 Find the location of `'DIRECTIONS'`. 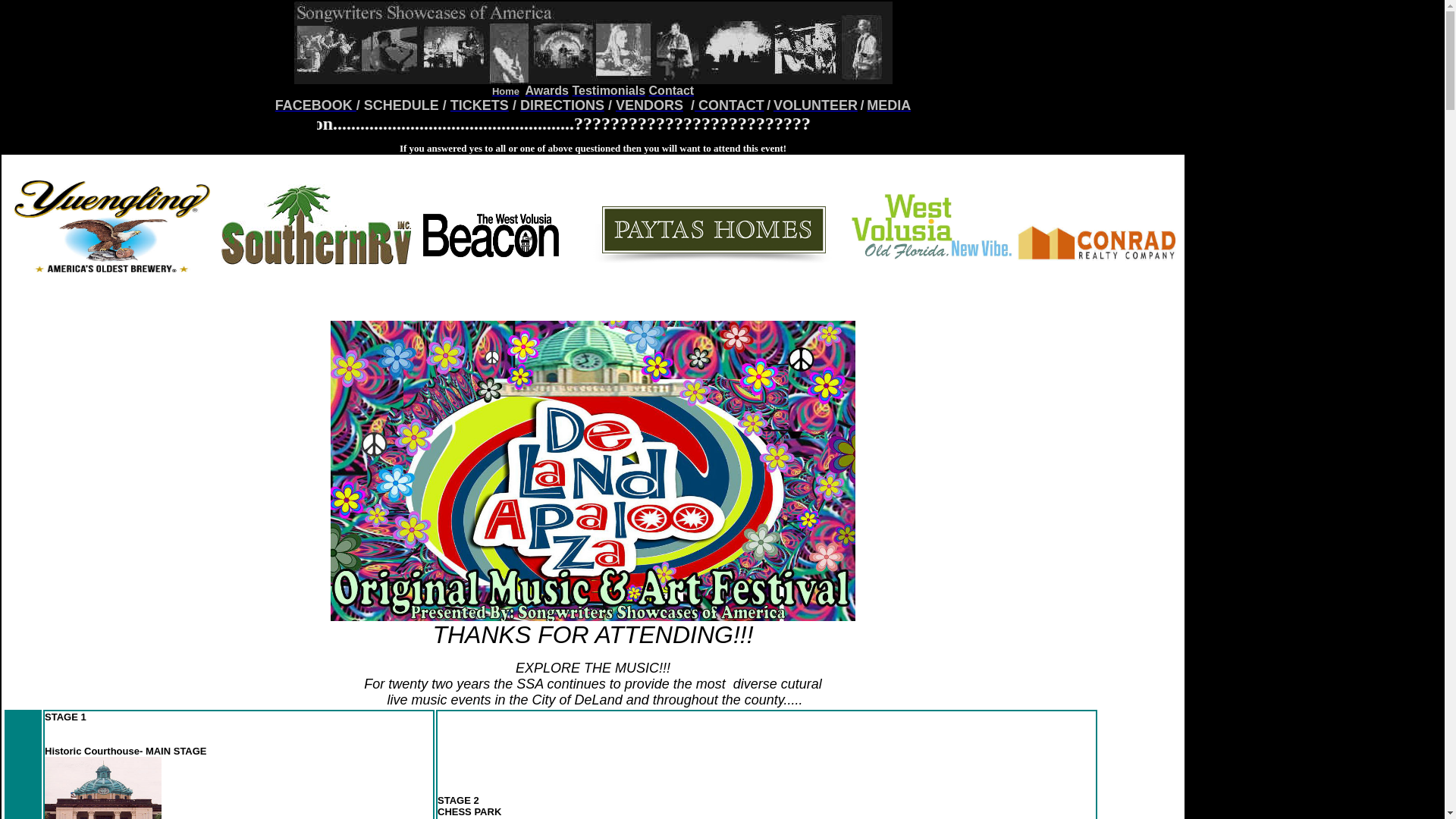

'DIRECTIONS' is located at coordinates (520, 104).